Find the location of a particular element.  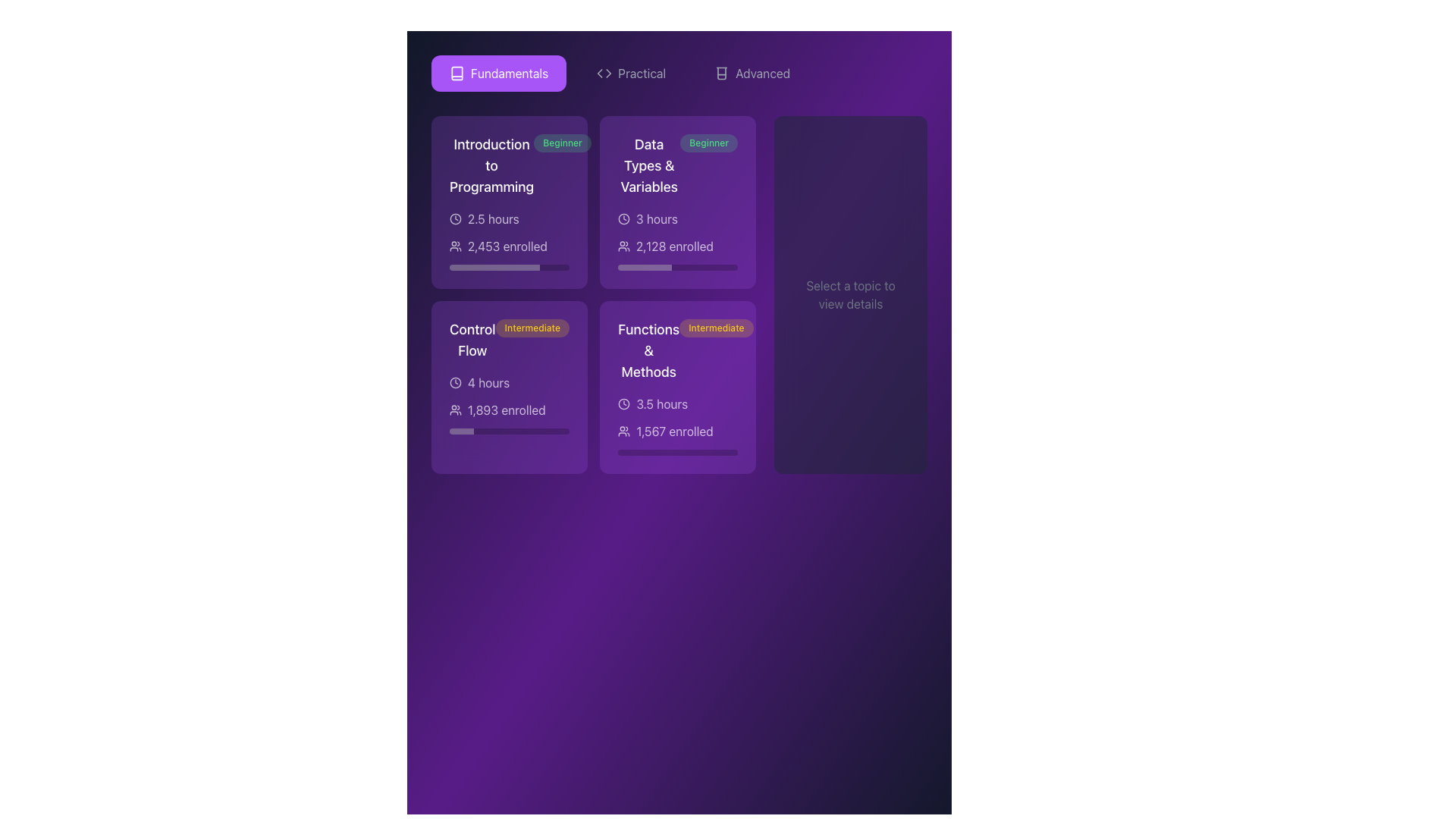

enrollment count displayed in the second line of text under the 'Data Types & Variables' course card, which shows how many people are enrolled in the course is located at coordinates (673, 245).